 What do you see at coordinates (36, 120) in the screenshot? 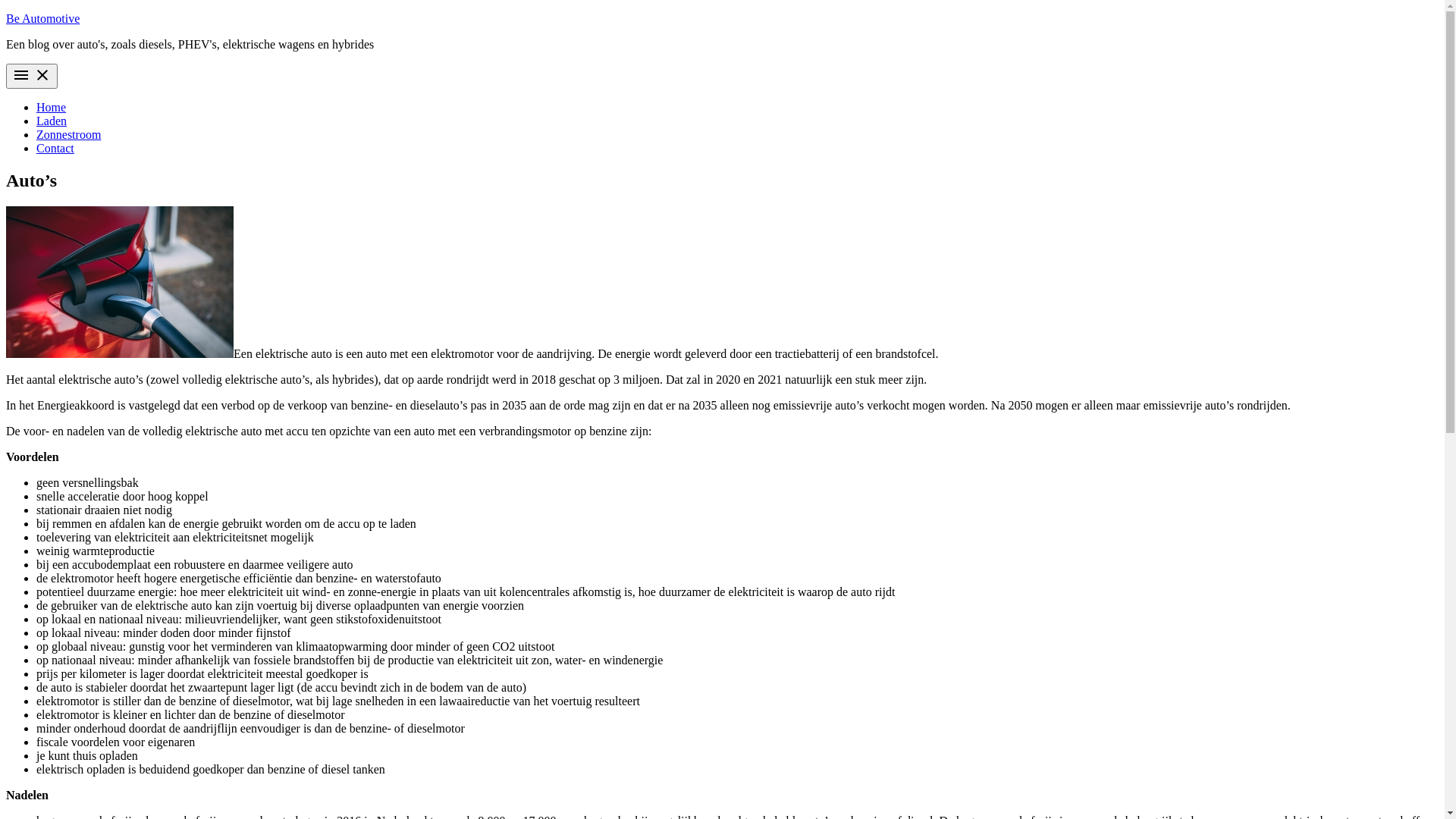
I see `'Laden'` at bounding box center [36, 120].